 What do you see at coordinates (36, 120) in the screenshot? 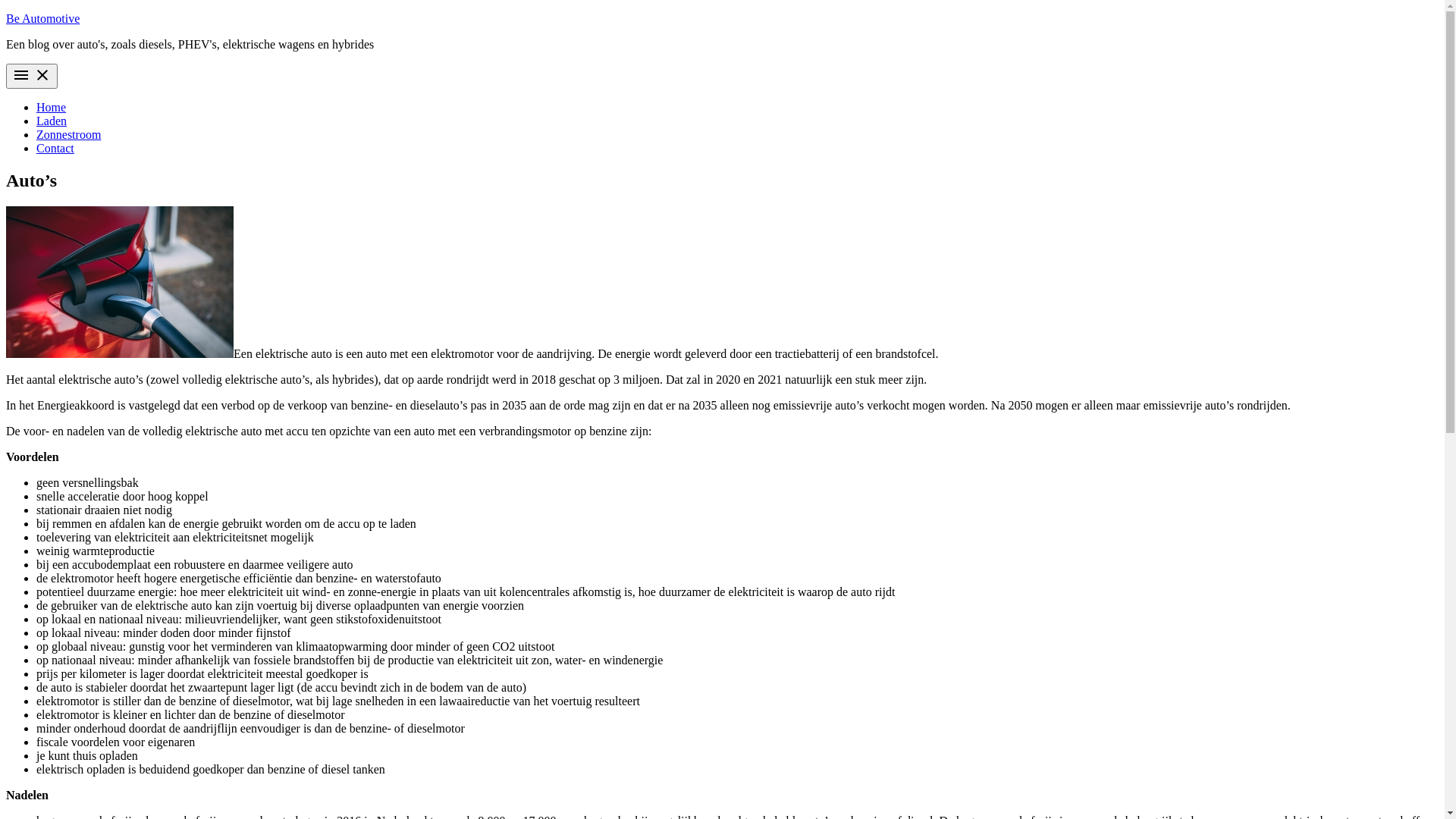
I see `'Laden'` at bounding box center [36, 120].